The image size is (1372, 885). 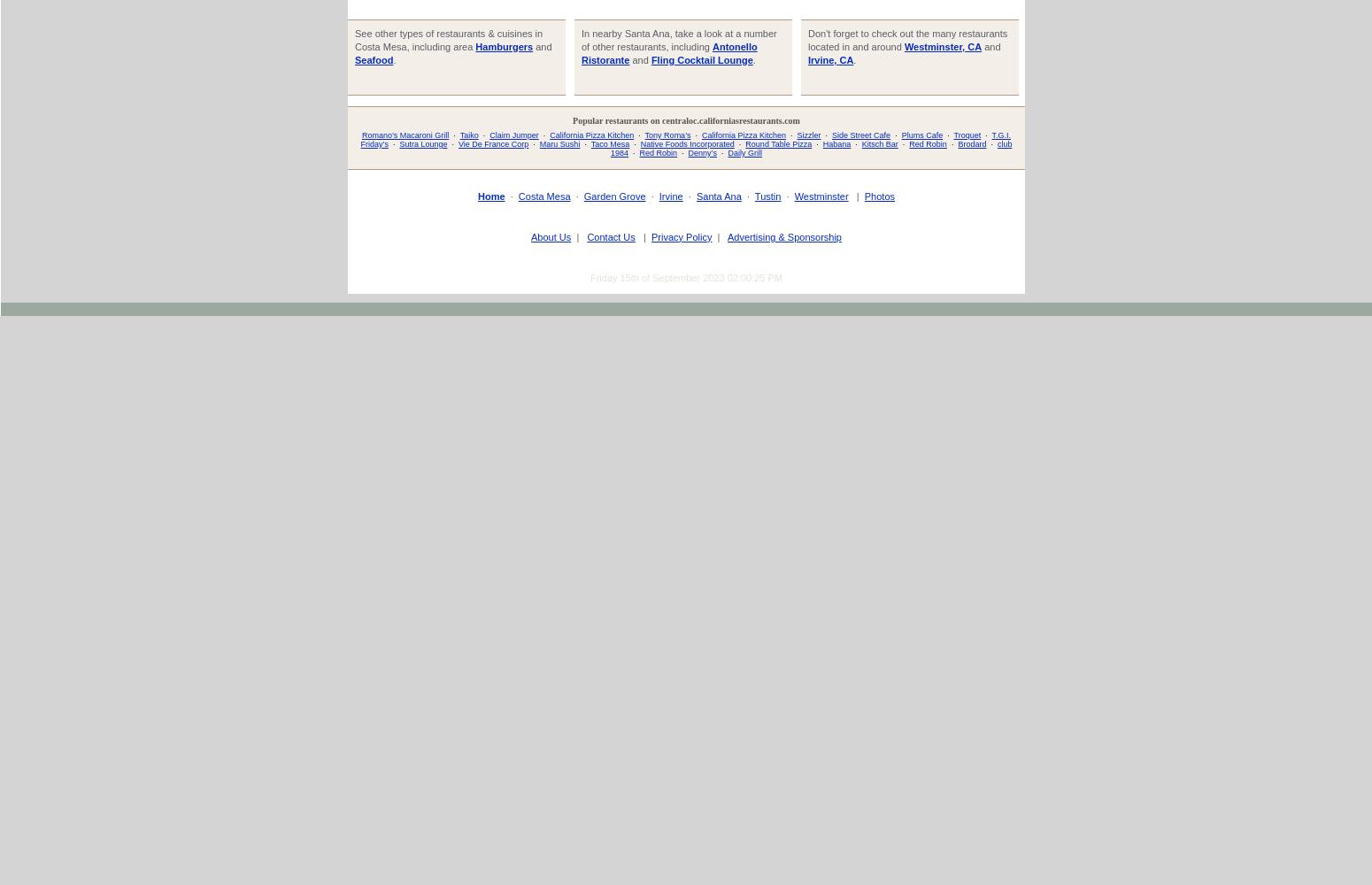 What do you see at coordinates (829, 58) in the screenshot?
I see `'Irvine, CA'` at bounding box center [829, 58].